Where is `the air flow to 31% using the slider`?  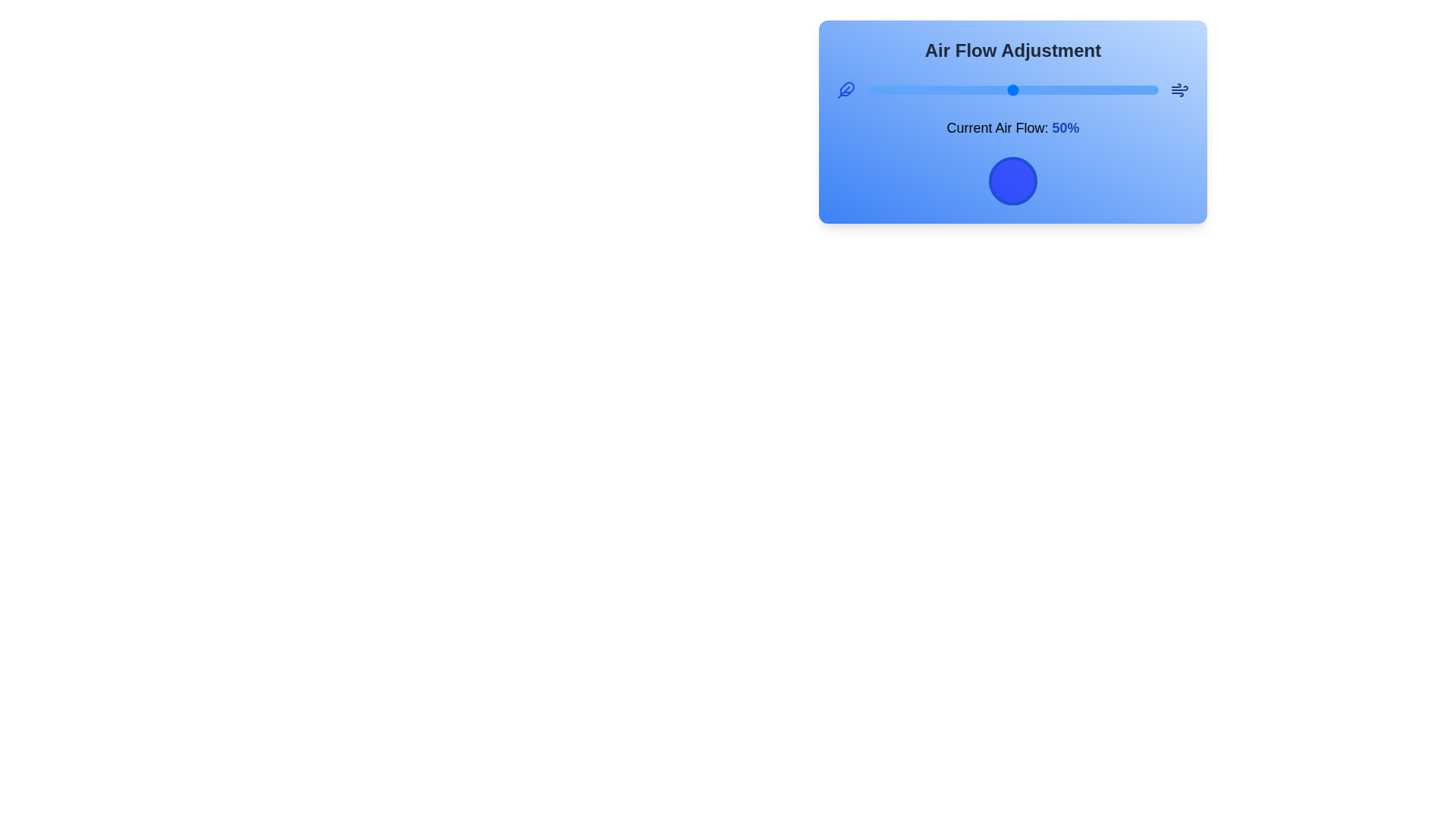
the air flow to 31% using the slider is located at coordinates (956, 90).